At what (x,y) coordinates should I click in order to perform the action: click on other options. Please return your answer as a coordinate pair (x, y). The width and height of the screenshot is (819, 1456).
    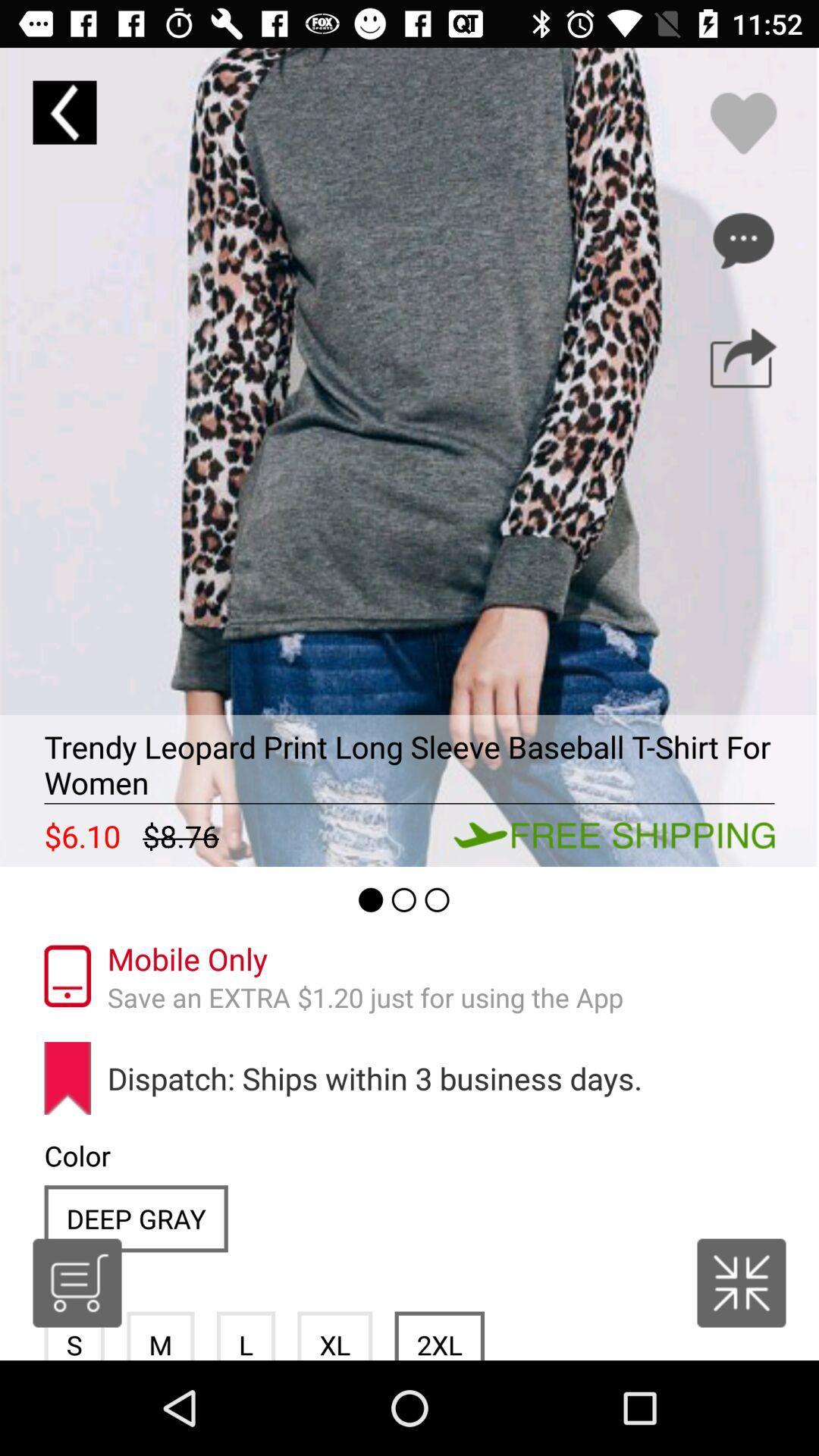
    Looking at the image, I should click on (742, 240).